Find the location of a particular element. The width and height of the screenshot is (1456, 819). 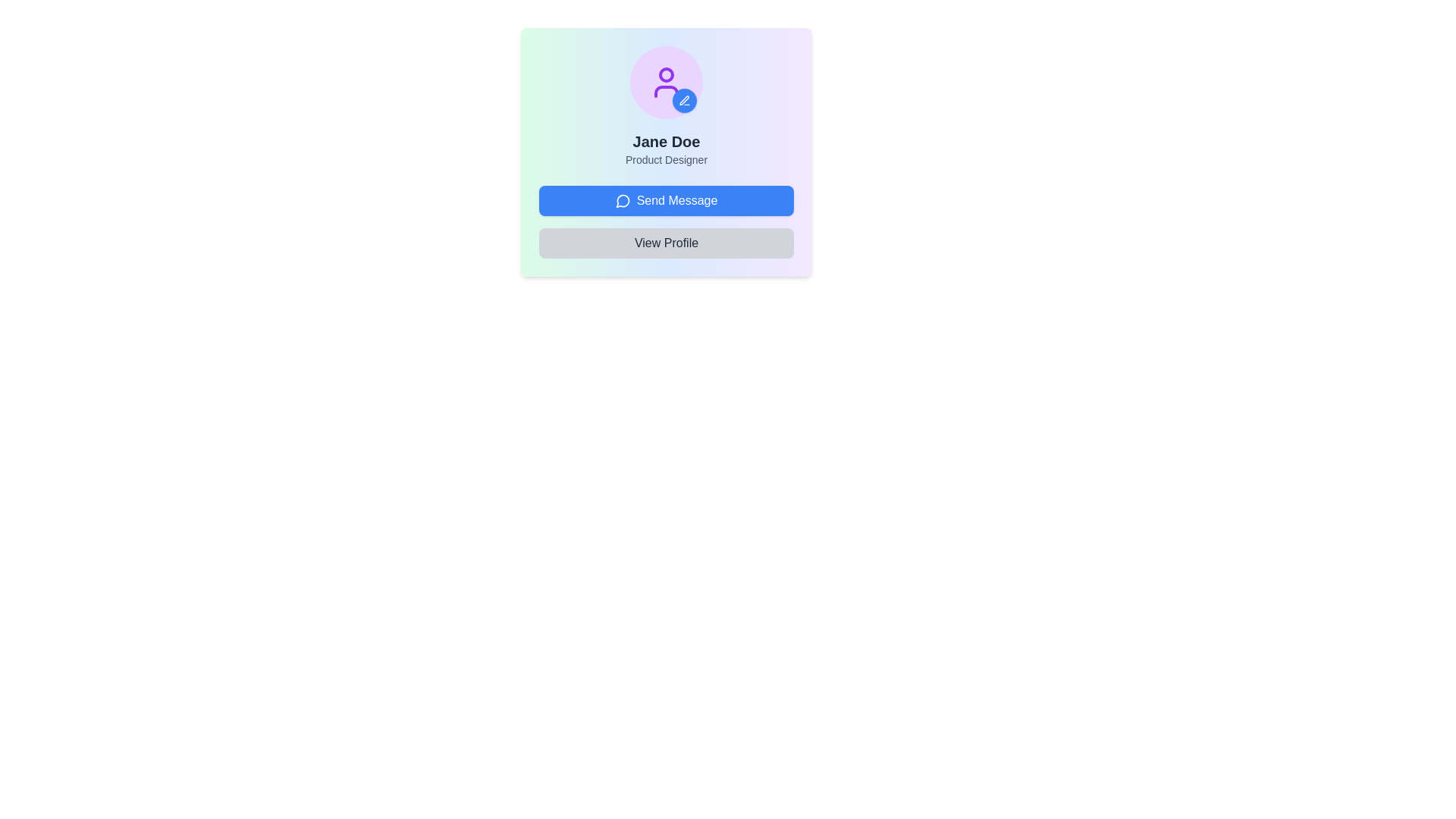

the SVG user profile icon, which is a circular shape with a purple color scheme, located at the top section of the card above the user's name and title is located at coordinates (666, 82).